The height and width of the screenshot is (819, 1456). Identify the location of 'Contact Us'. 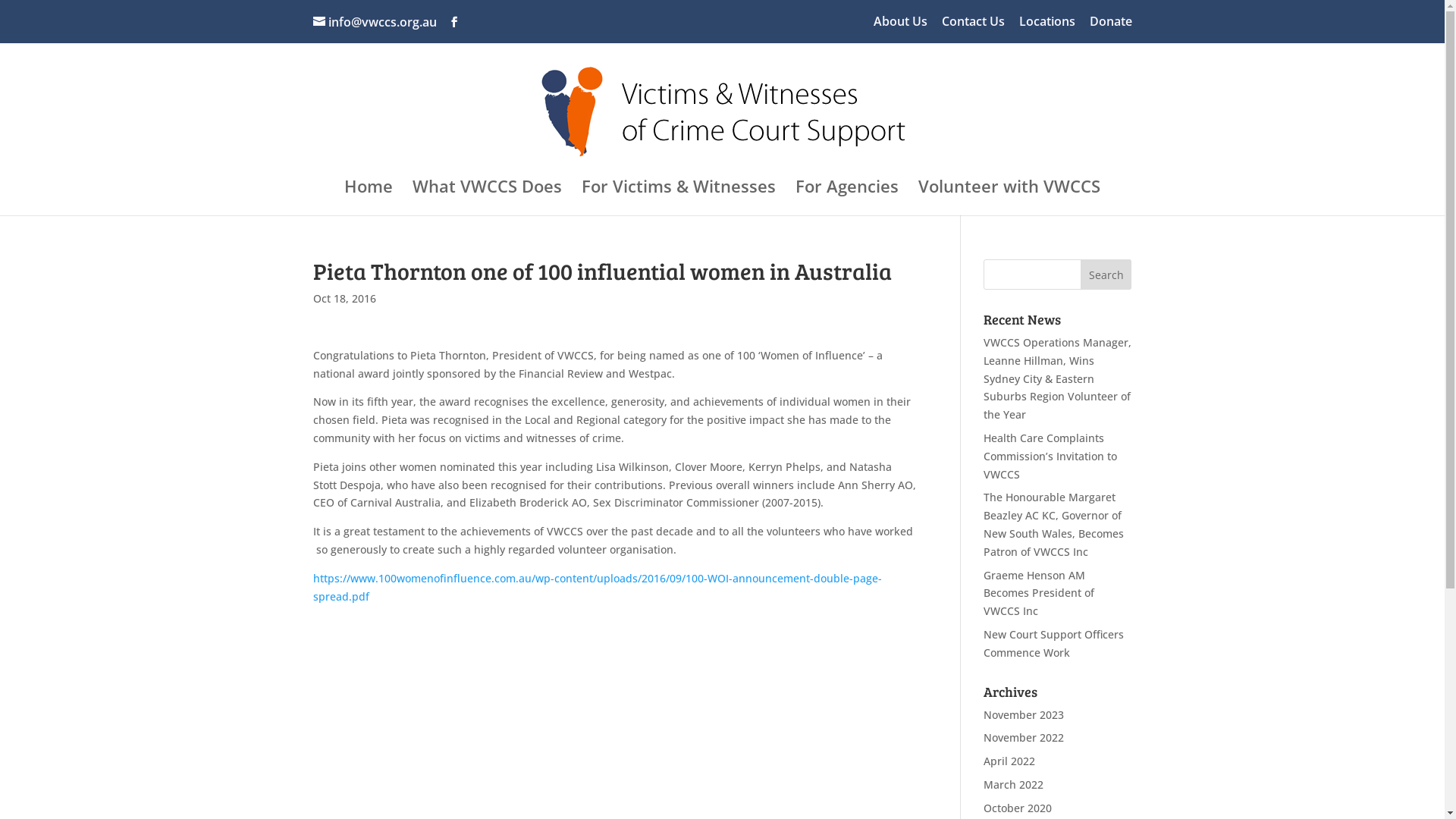
(973, 26).